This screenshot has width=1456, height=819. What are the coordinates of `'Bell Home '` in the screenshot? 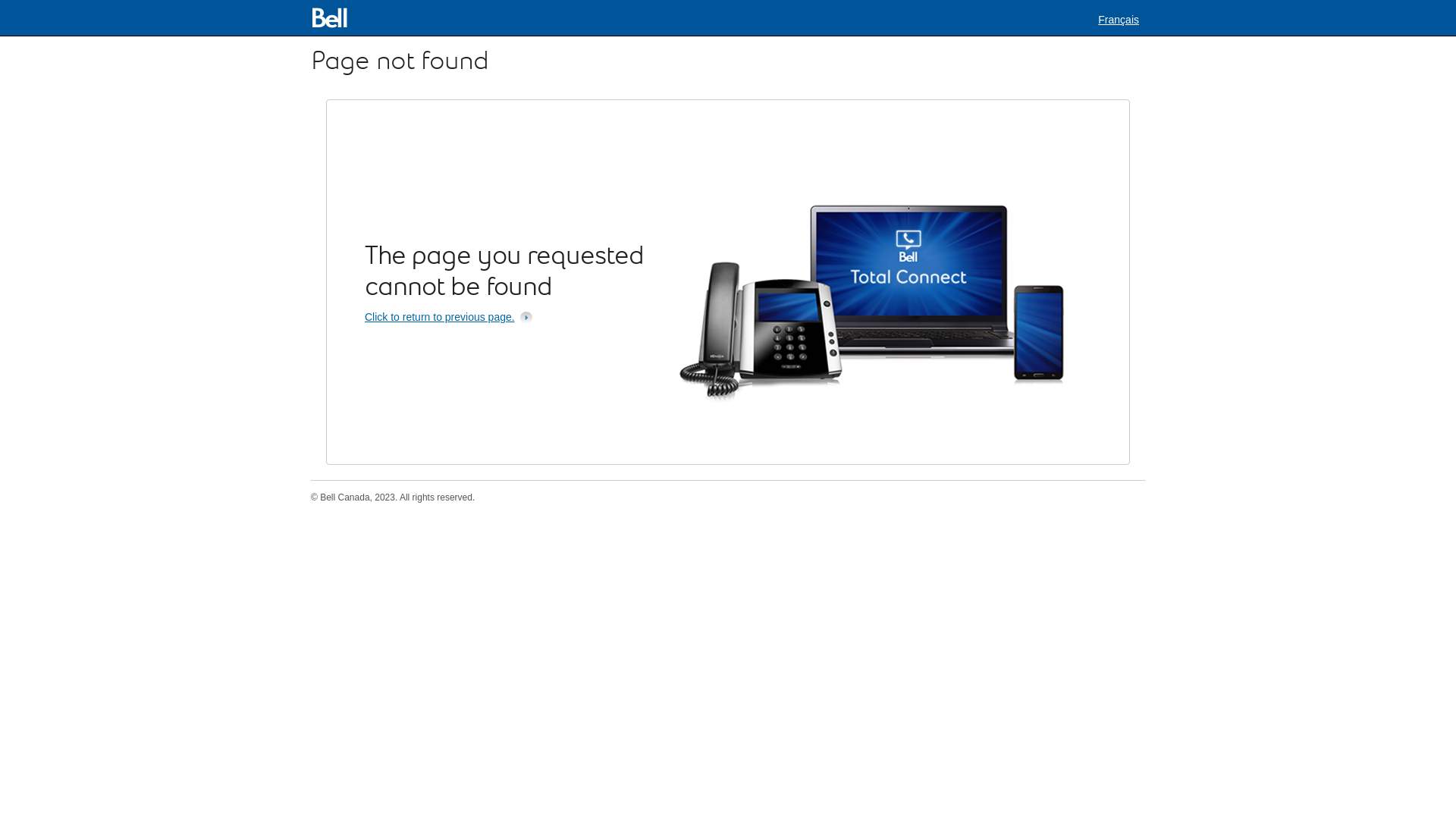 It's located at (309, 17).